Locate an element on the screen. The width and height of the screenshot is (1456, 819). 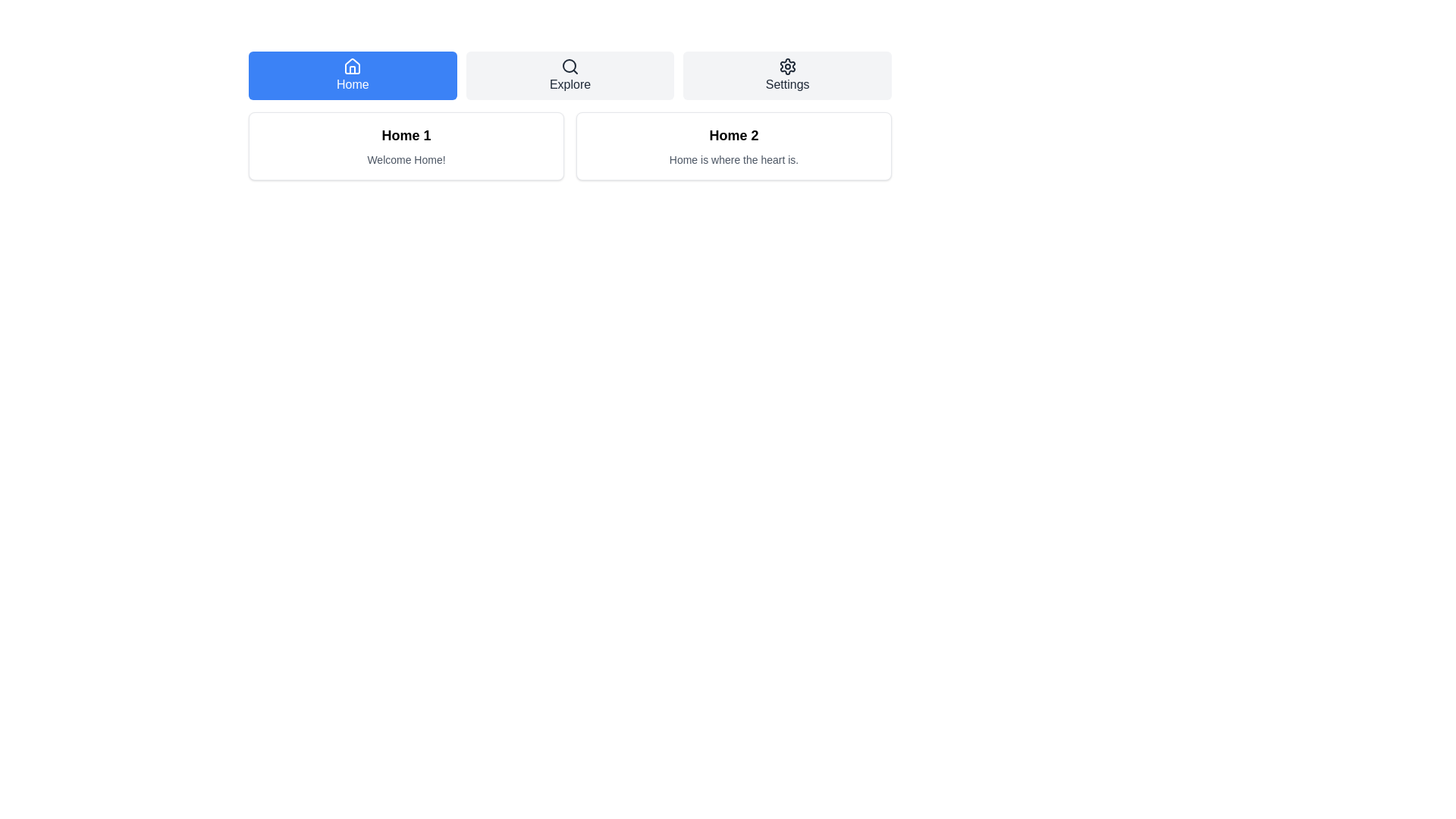
the static text providing additional information about 'Home 2', positioned below the title and centered horizontally is located at coordinates (734, 160).